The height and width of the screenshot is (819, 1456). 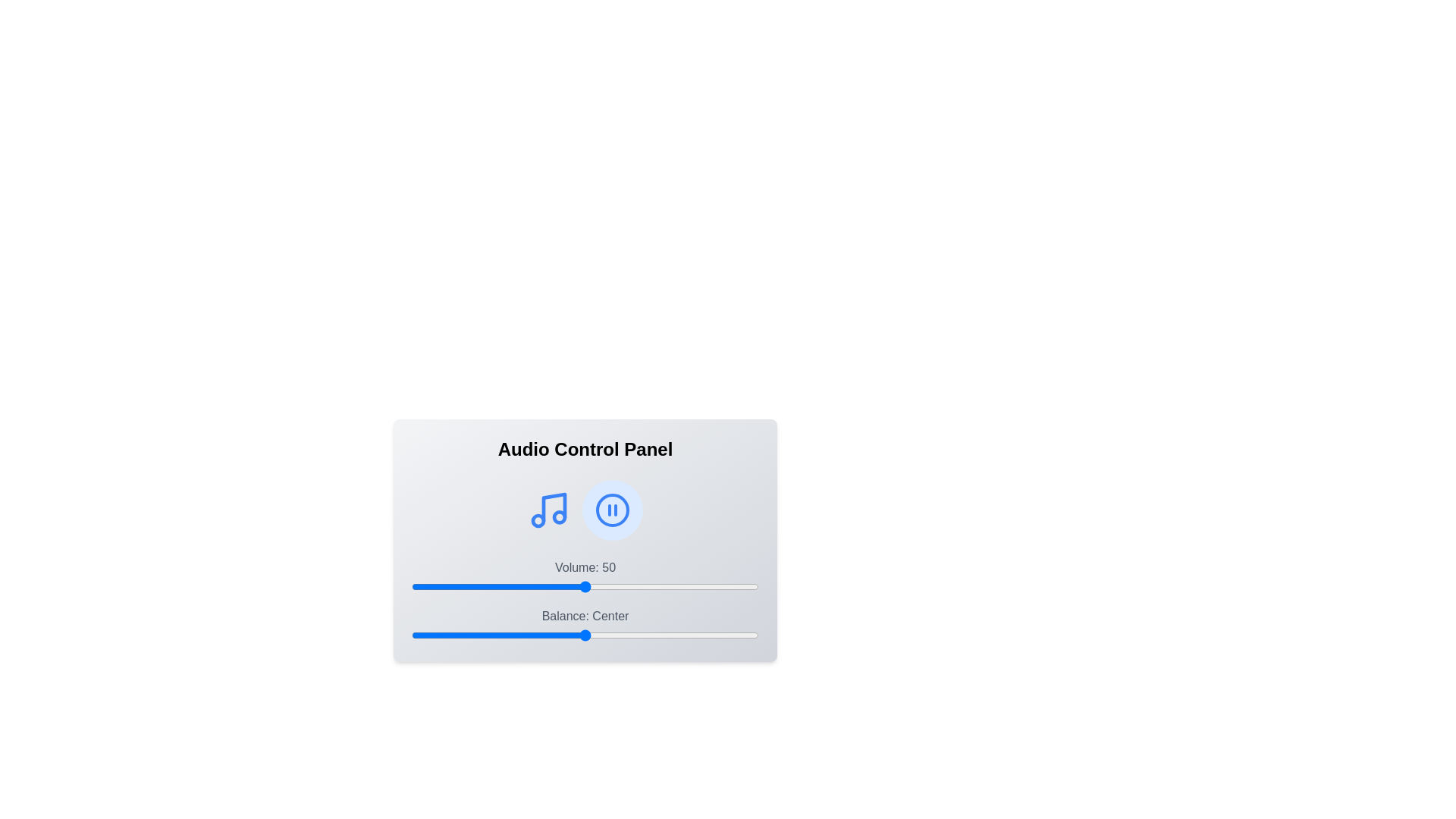 I want to click on the sliders on the Audio Control Panel, so click(x=585, y=540).